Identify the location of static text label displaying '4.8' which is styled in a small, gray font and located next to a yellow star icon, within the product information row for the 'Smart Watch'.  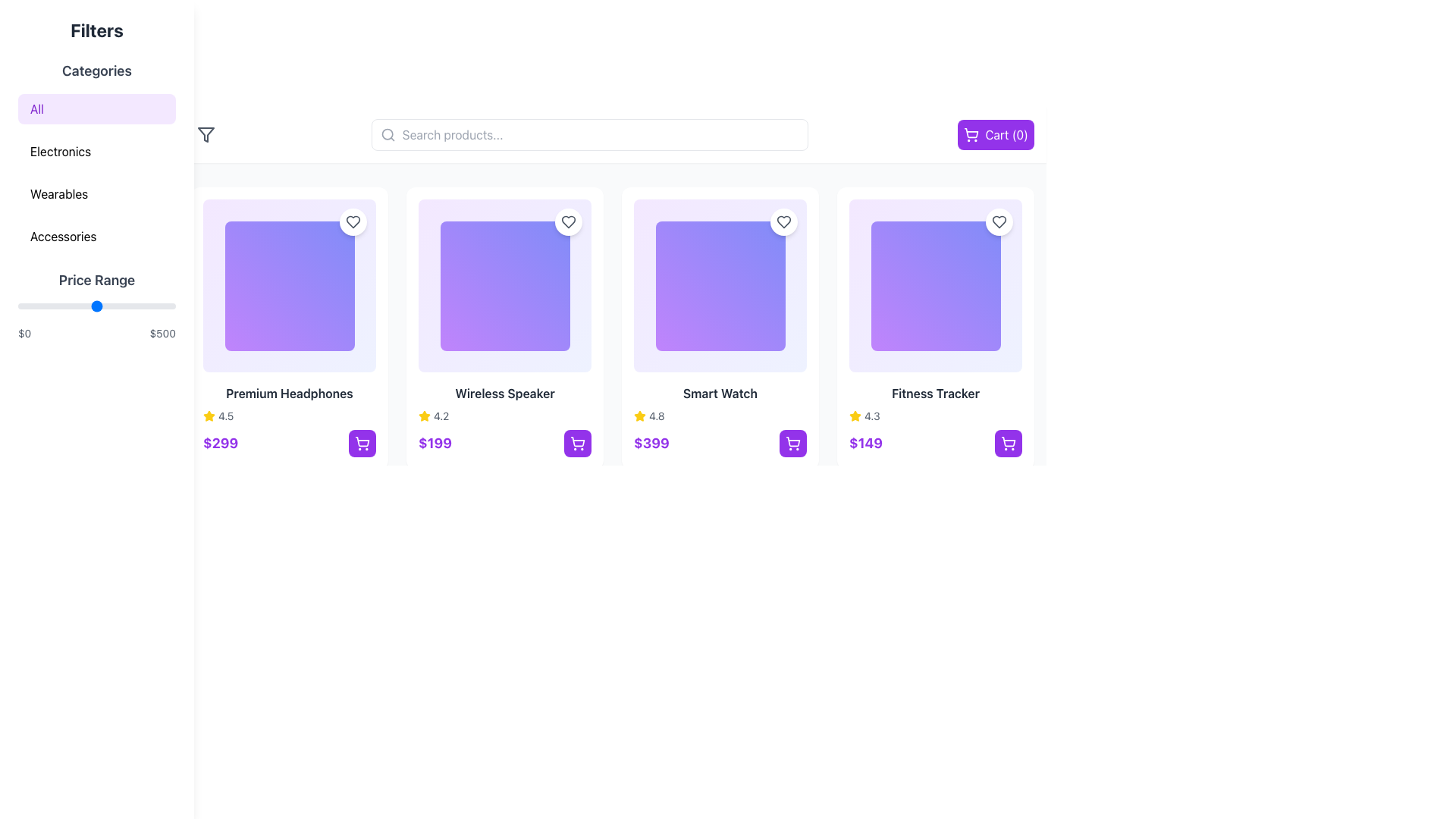
(657, 416).